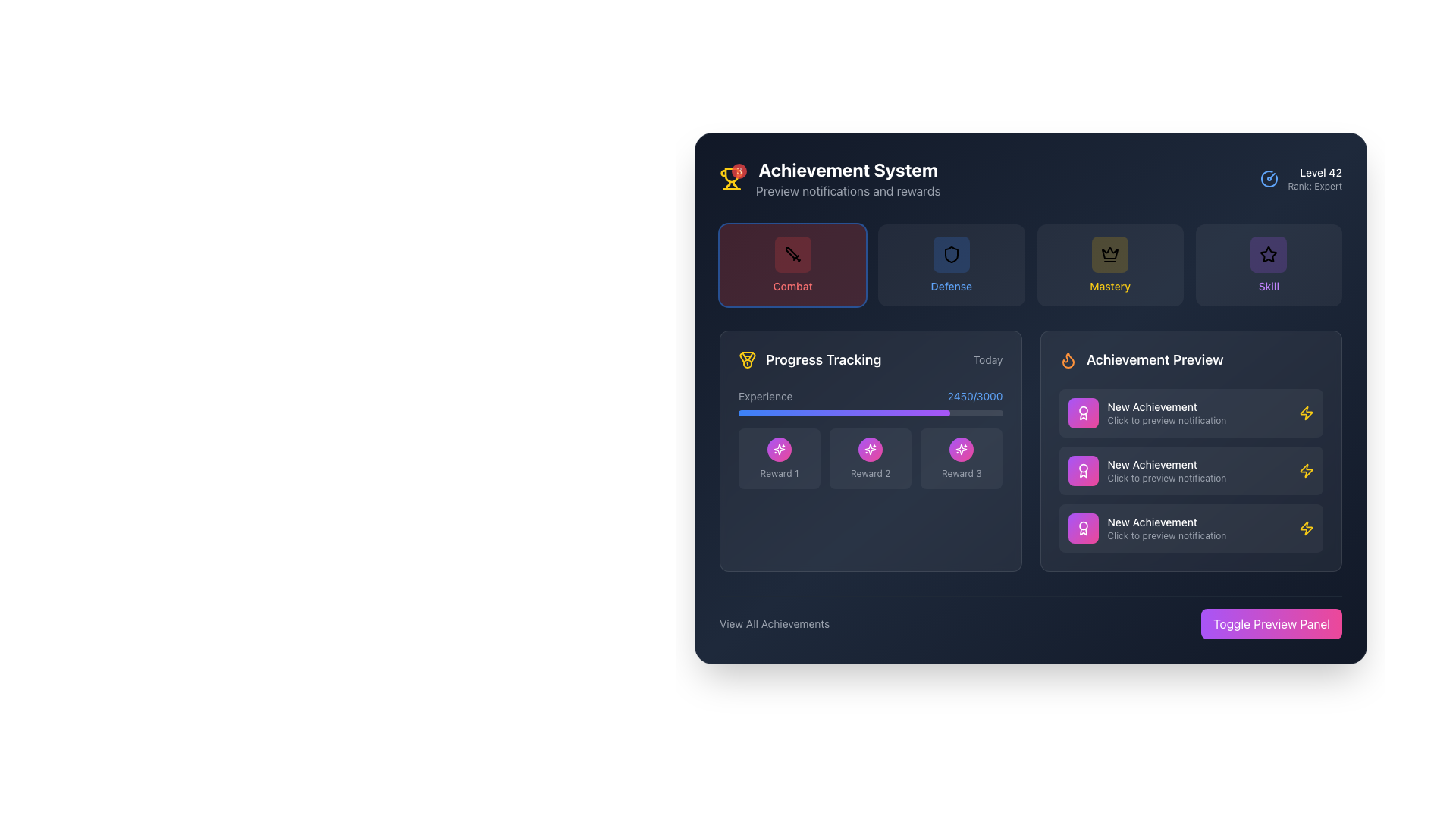  What do you see at coordinates (747, 359) in the screenshot?
I see `the medal icon located to the far left of the 'Progress Tracking' section, which features a circular design and ribbon-like shapes` at bounding box center [747, 359].